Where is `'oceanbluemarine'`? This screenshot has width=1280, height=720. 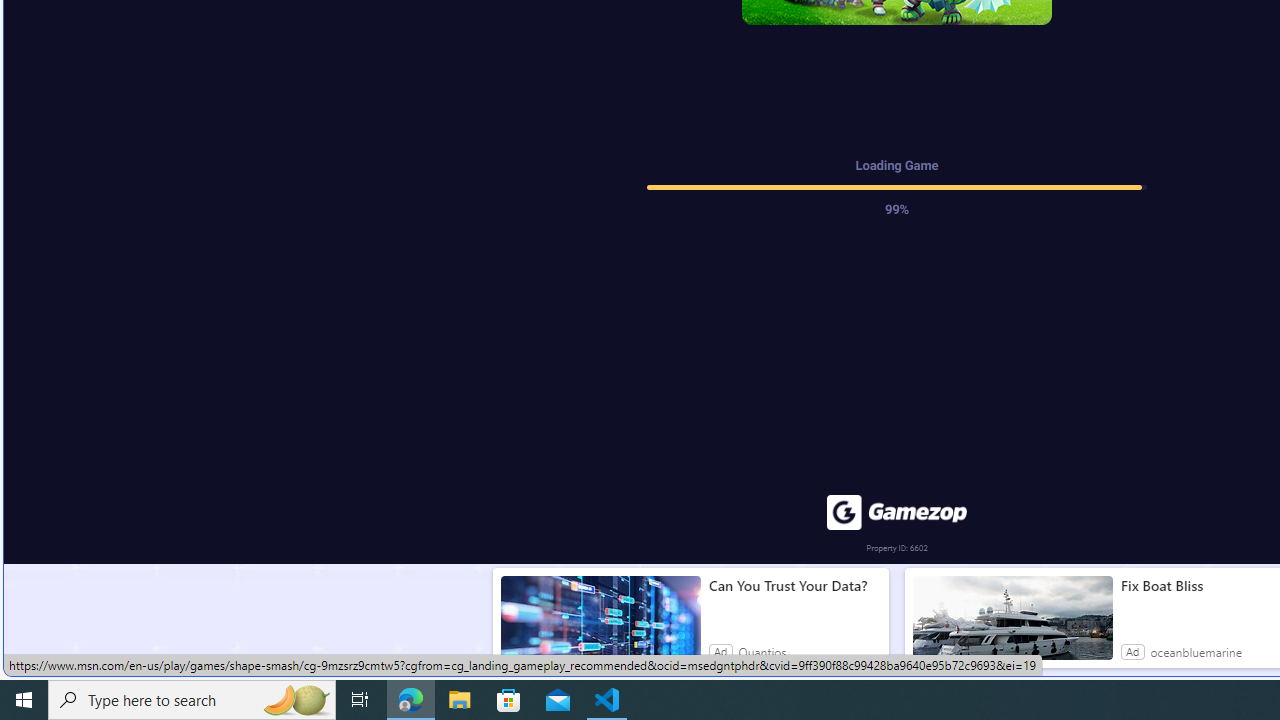
'oceanbluemarine' is located at coordinates (1195, 651).